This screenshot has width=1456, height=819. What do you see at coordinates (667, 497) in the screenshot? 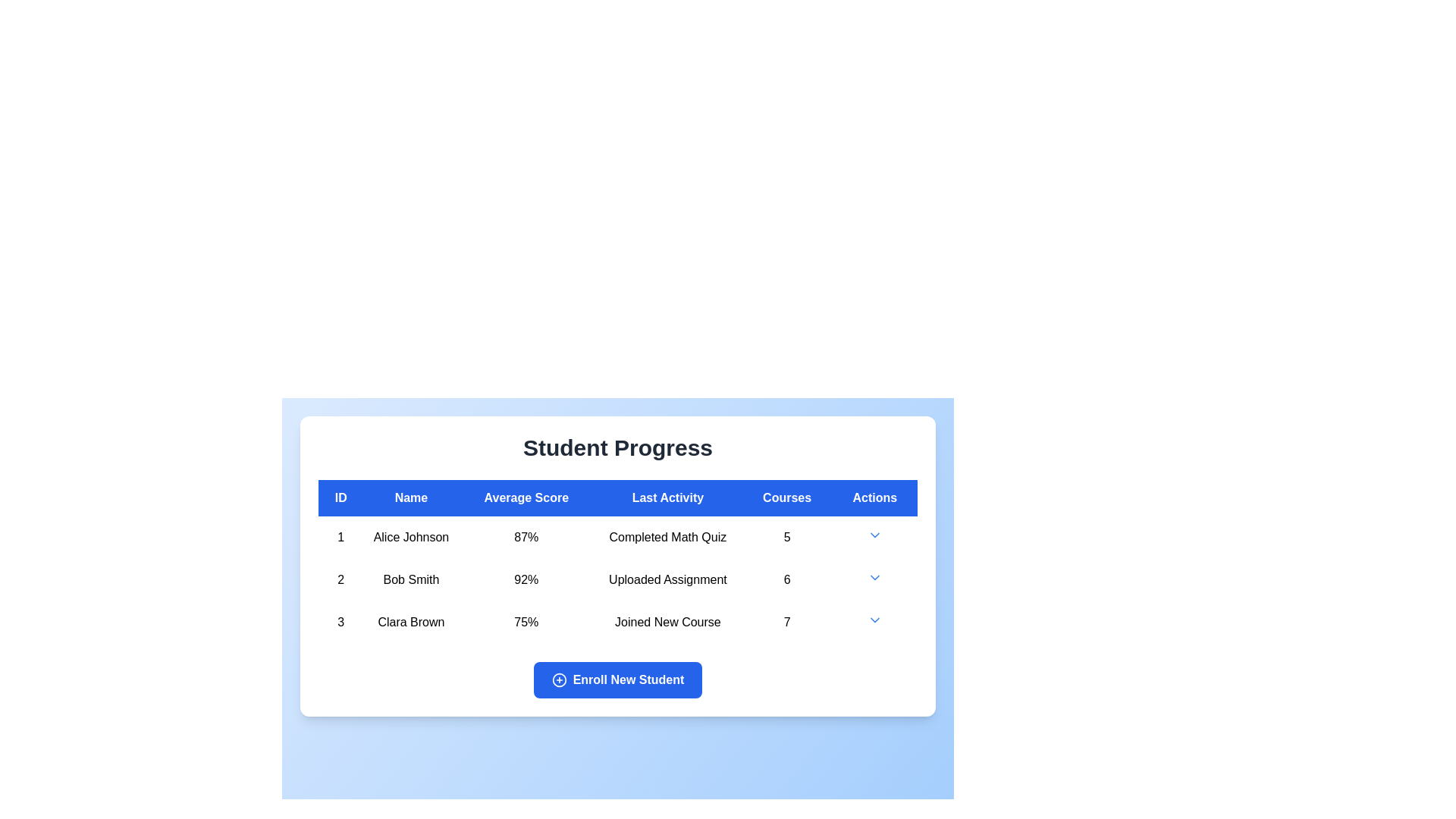
I see `the header label for the column that is the fourth item from the left in the data table, positioned between 'Average Score' and 'Courses'` at bounding box center [667, 497].